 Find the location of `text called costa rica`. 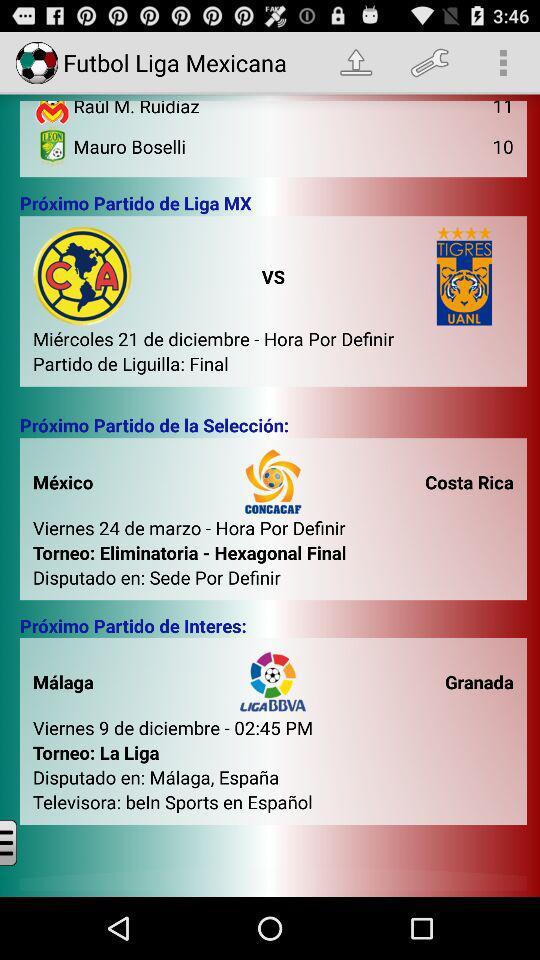

text called costa rica is located at coordinates (463, 495).